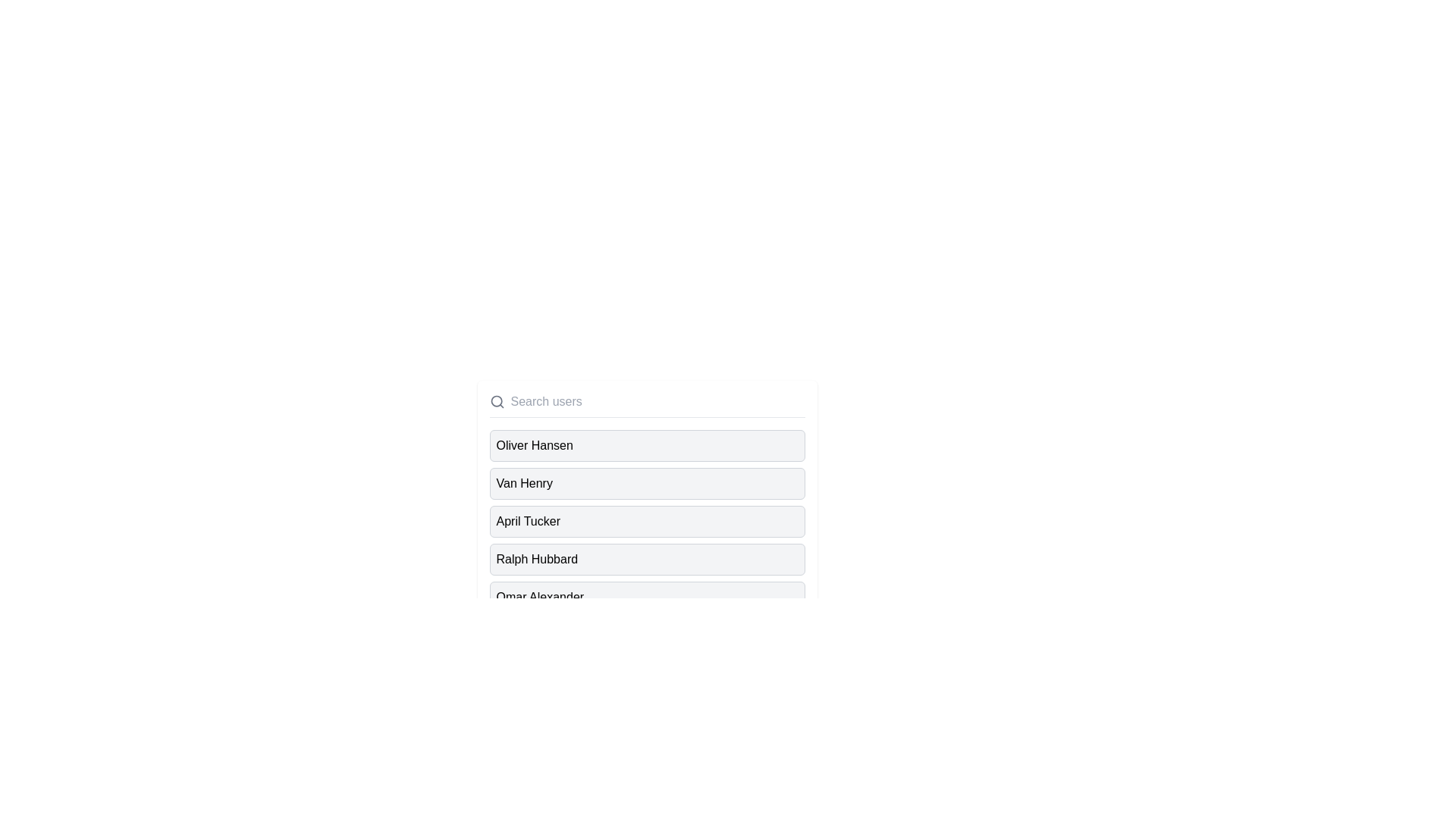 This screenshot has height=819, width=1456. What do you see at coordinates (647, 523) in the screenshot?
I see `the list item labeled 'April Tucker'` at bounding box center [647, 523].